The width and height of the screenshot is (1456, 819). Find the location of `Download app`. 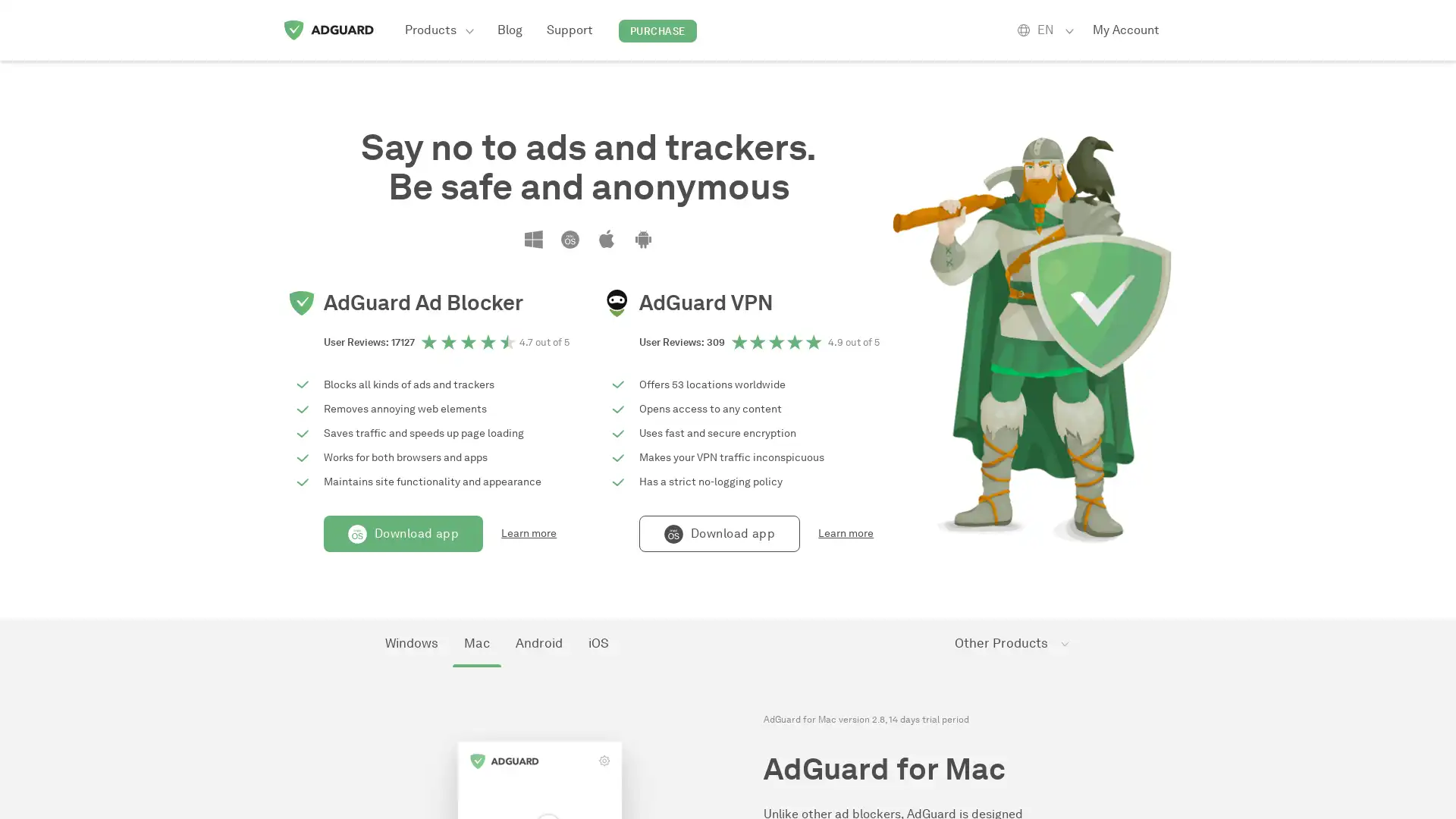

Download app is located at coordinates (403, 533).